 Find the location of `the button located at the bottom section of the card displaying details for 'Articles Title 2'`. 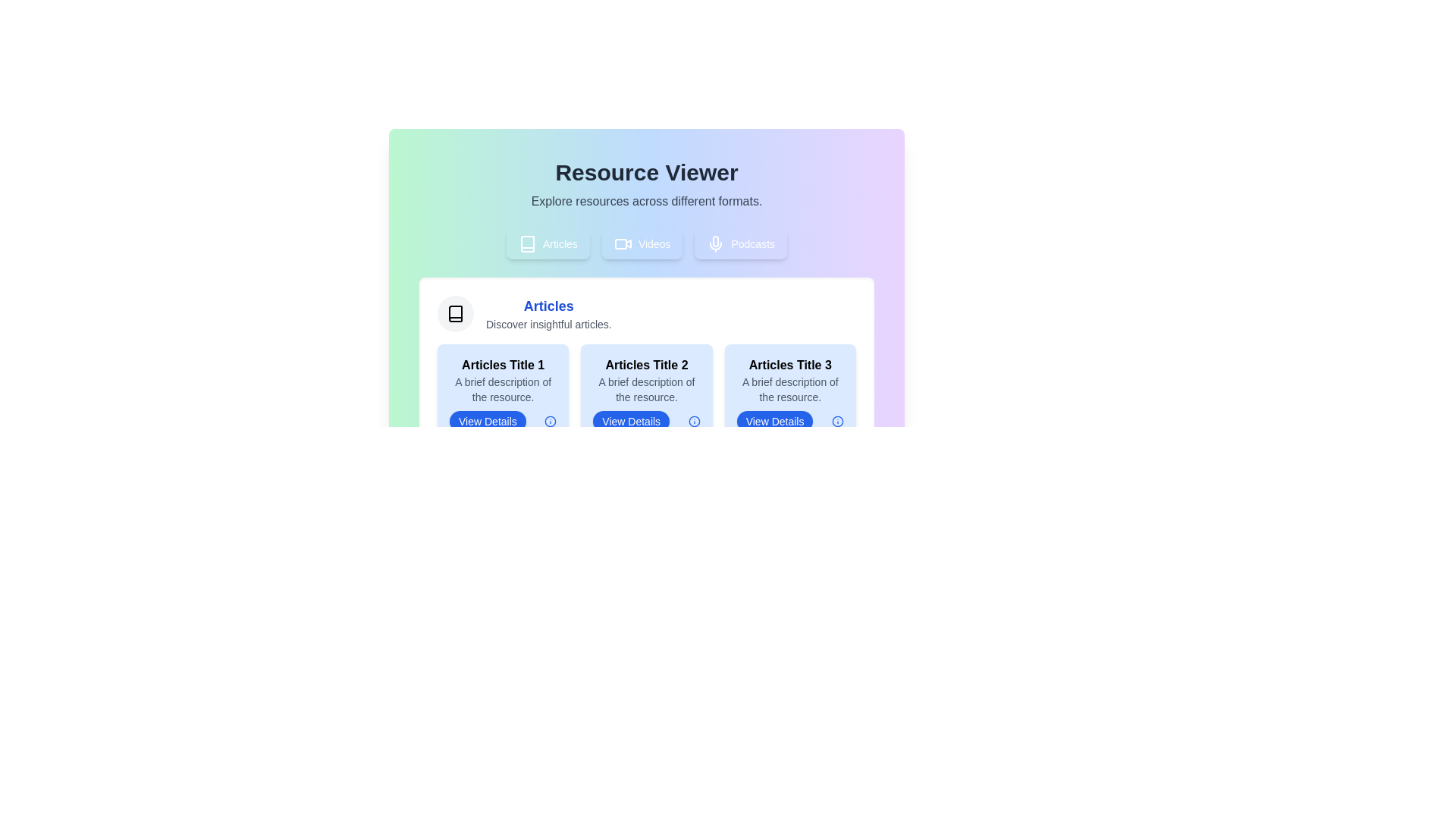

the button located at the bottom section of the card displaying details for 'Articles Title 2' is located at coordinates (647, 421).